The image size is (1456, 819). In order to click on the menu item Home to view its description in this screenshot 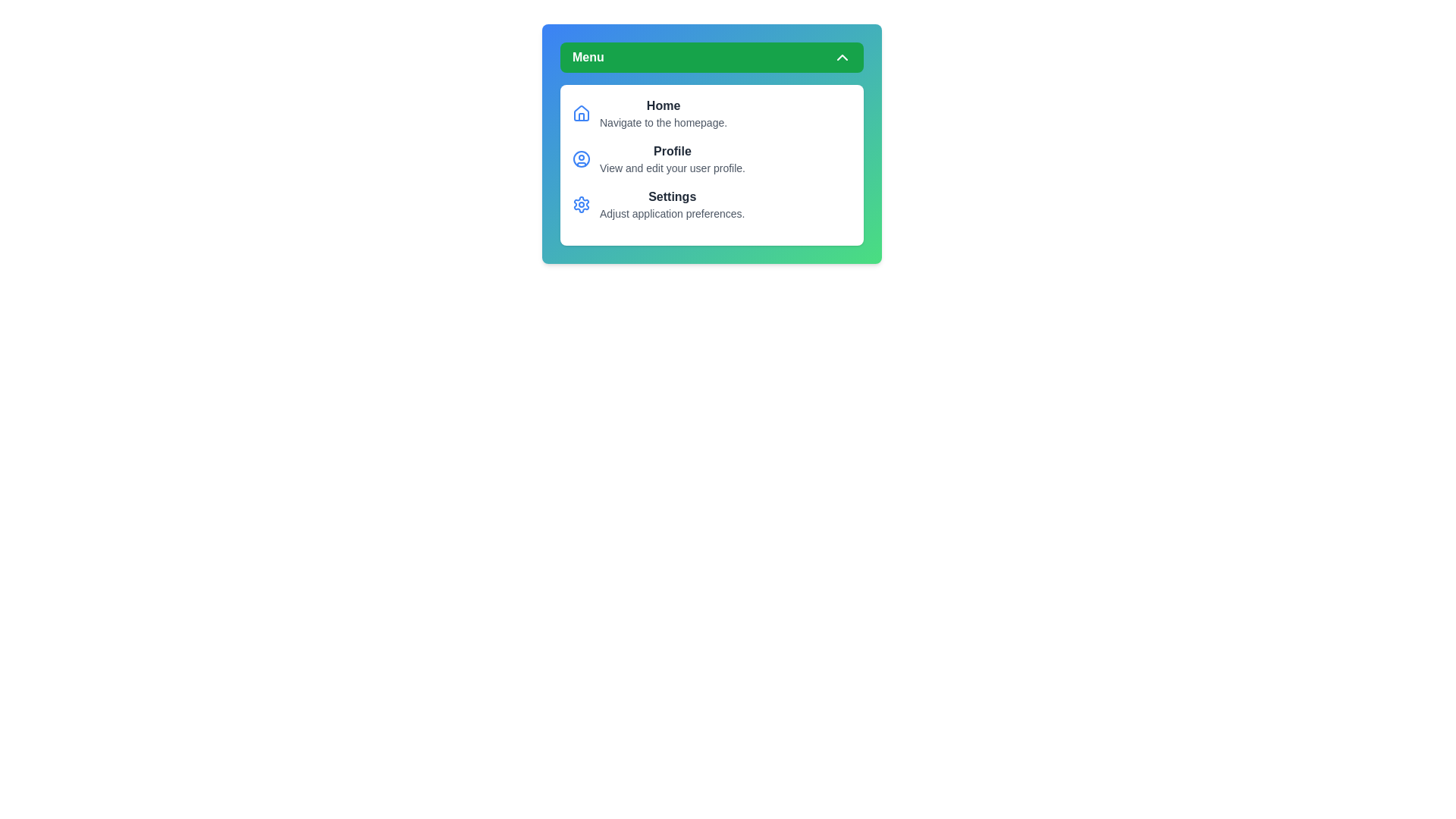, I will do `click(664, 105)`.